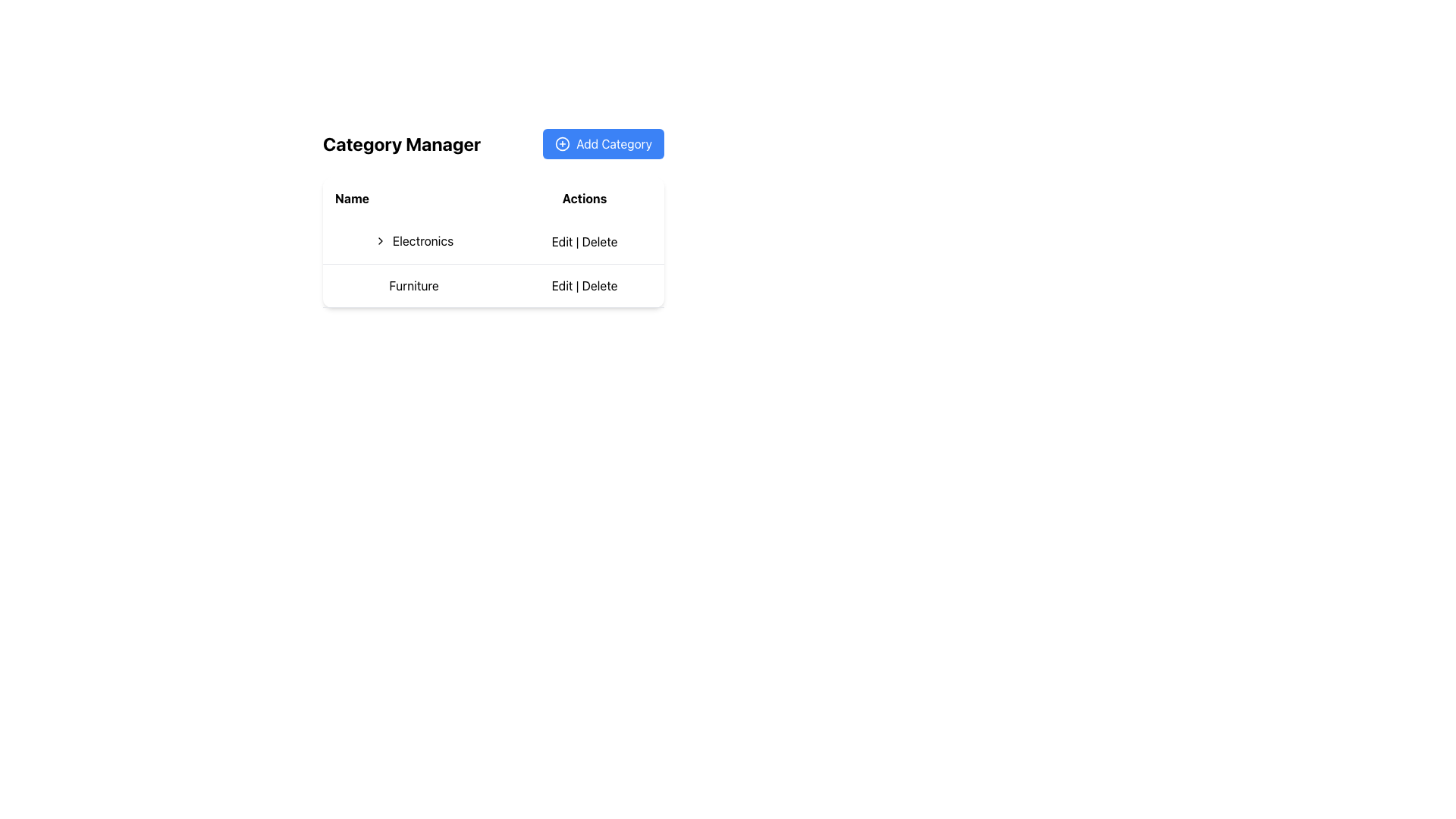 This screenshot has width=1456, height=819. What do you see at coordinates (584, 286) in the screenshot?
I see `the 'Delete' option in the Text-based action options located under the 'Actions' column, aligned with the 'Furniture' category in the 'Name' column, to initiate the delete confirmation dialog` at bounding box center [584, 286].